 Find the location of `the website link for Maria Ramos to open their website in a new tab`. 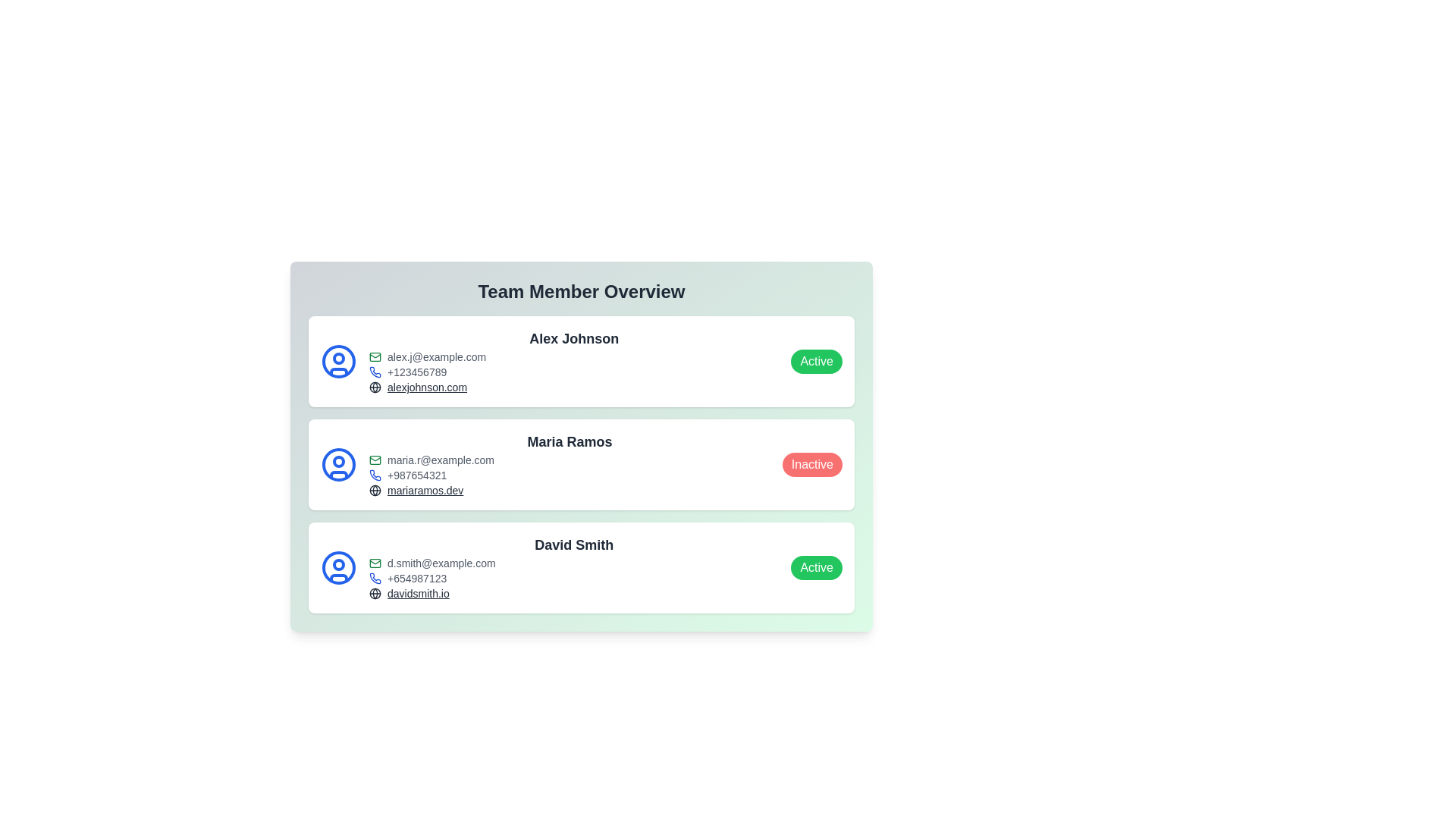

the website link for Maria Ramos to open their website in a new tab is located at coordinates (425, 491).